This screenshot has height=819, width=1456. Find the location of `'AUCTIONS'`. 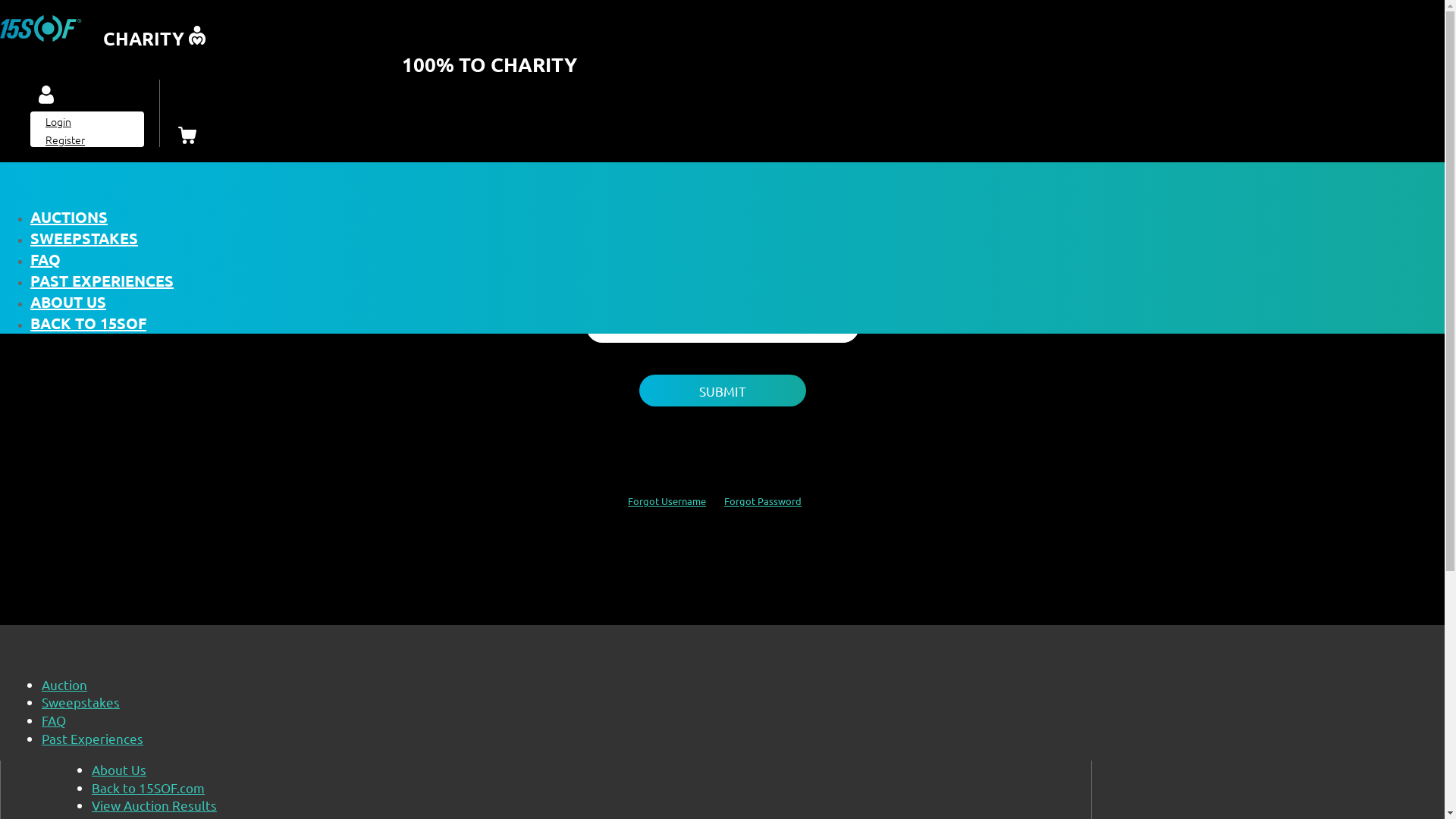

'AUCTIONS' is located at coordinates (30, 216).